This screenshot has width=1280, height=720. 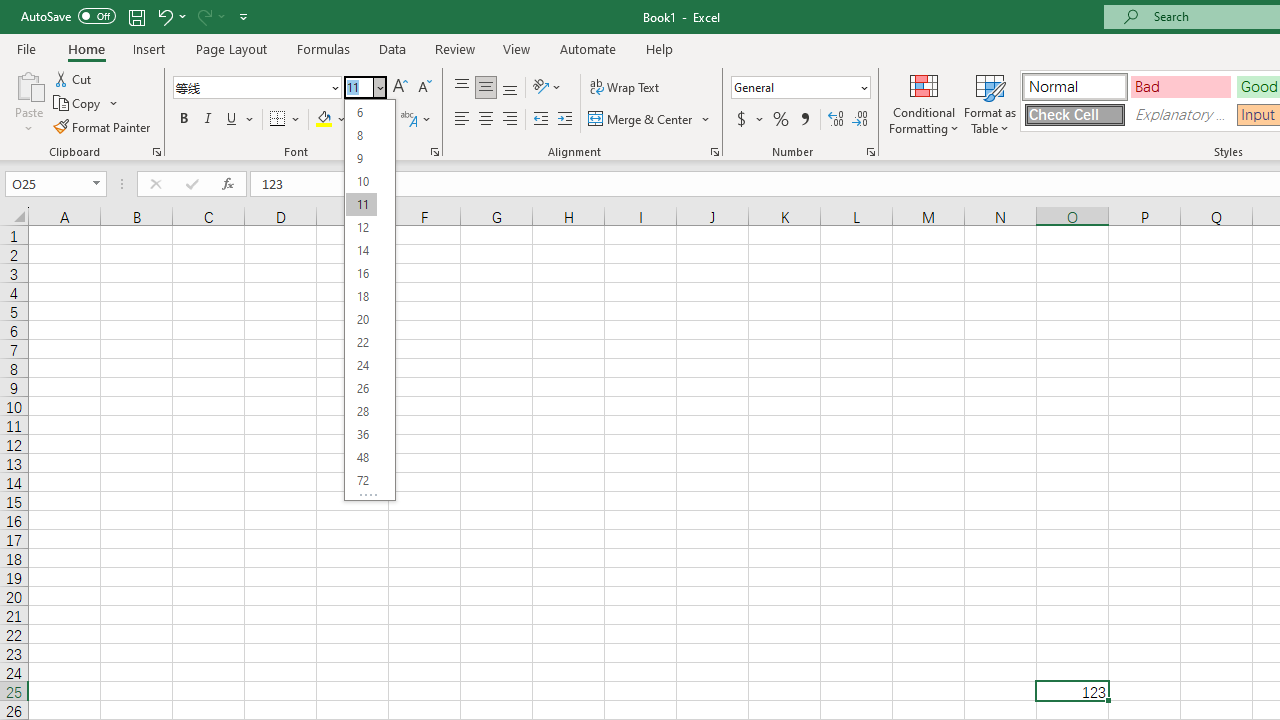 What do you see at coordinates (361, 226) in the screenshot?
I see `'12'` at bounding box center [361, 226].